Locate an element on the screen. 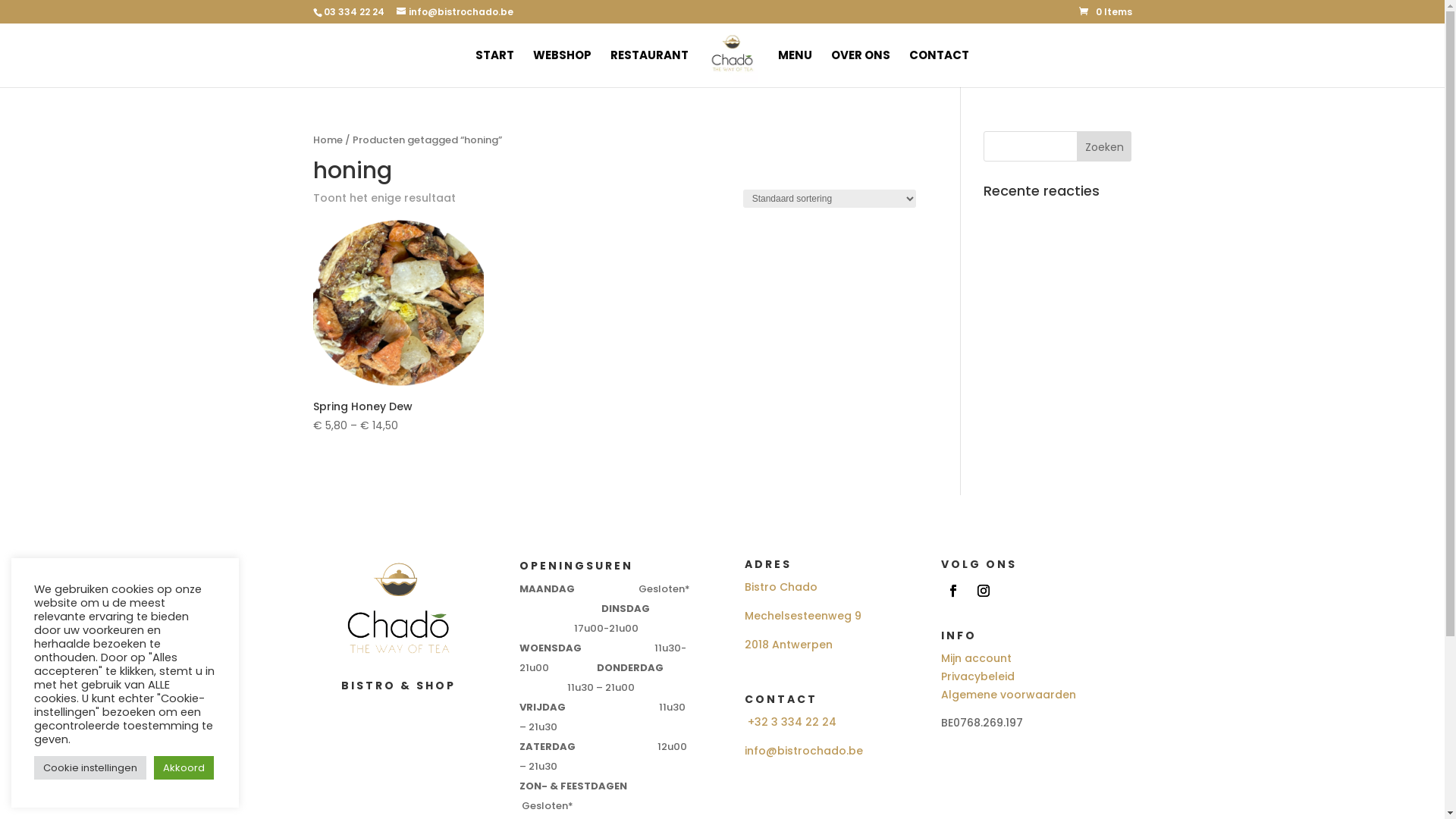  'Home' is located at coordinates (326, 140).